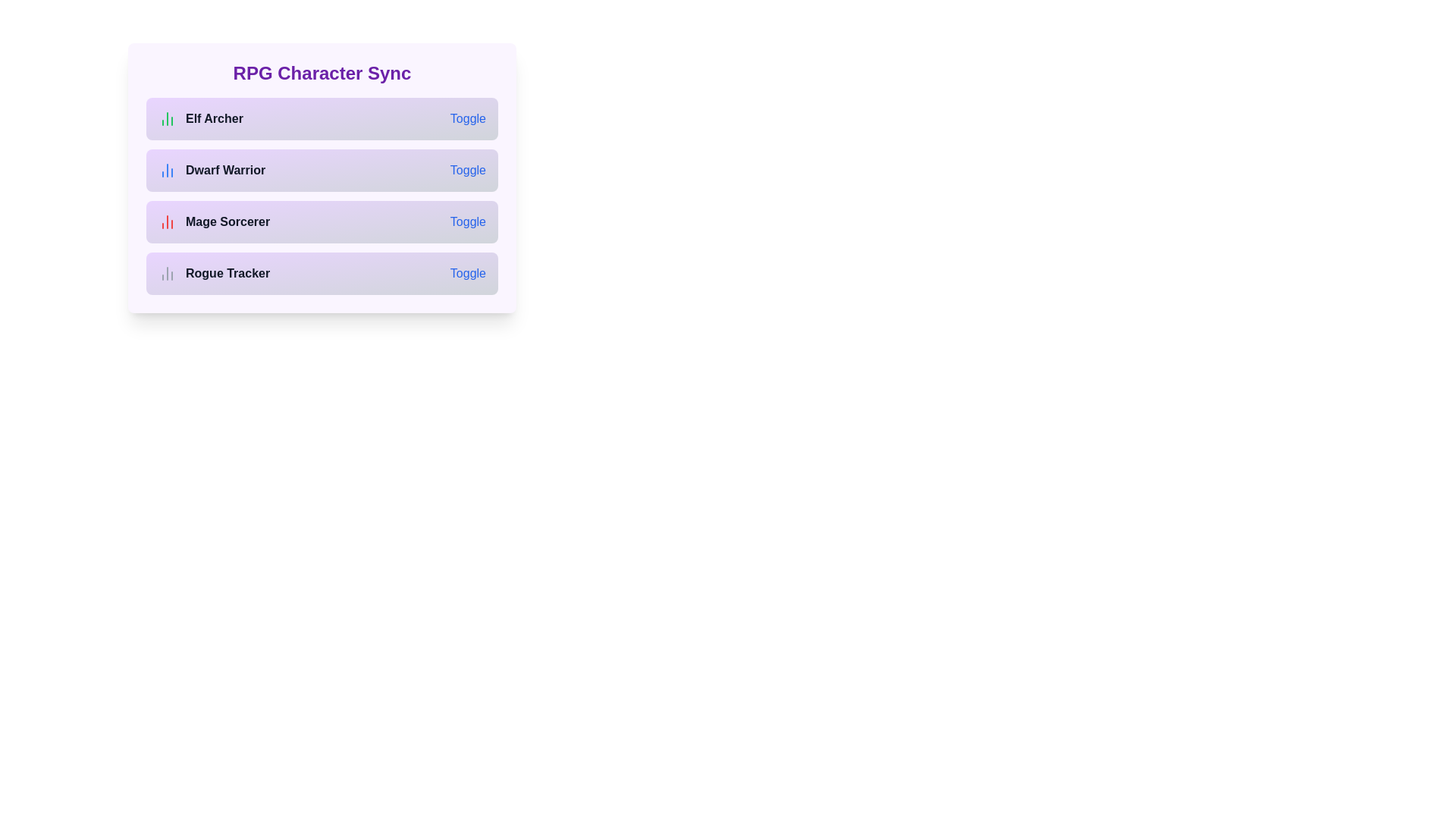 The image size is (1456, 819). What do you see at coordinates (322, 195) in the screenshot?
I see `the second list item in the purple-themed card layout, which features a character name and a toggle option` at bounding box center [322, 195].